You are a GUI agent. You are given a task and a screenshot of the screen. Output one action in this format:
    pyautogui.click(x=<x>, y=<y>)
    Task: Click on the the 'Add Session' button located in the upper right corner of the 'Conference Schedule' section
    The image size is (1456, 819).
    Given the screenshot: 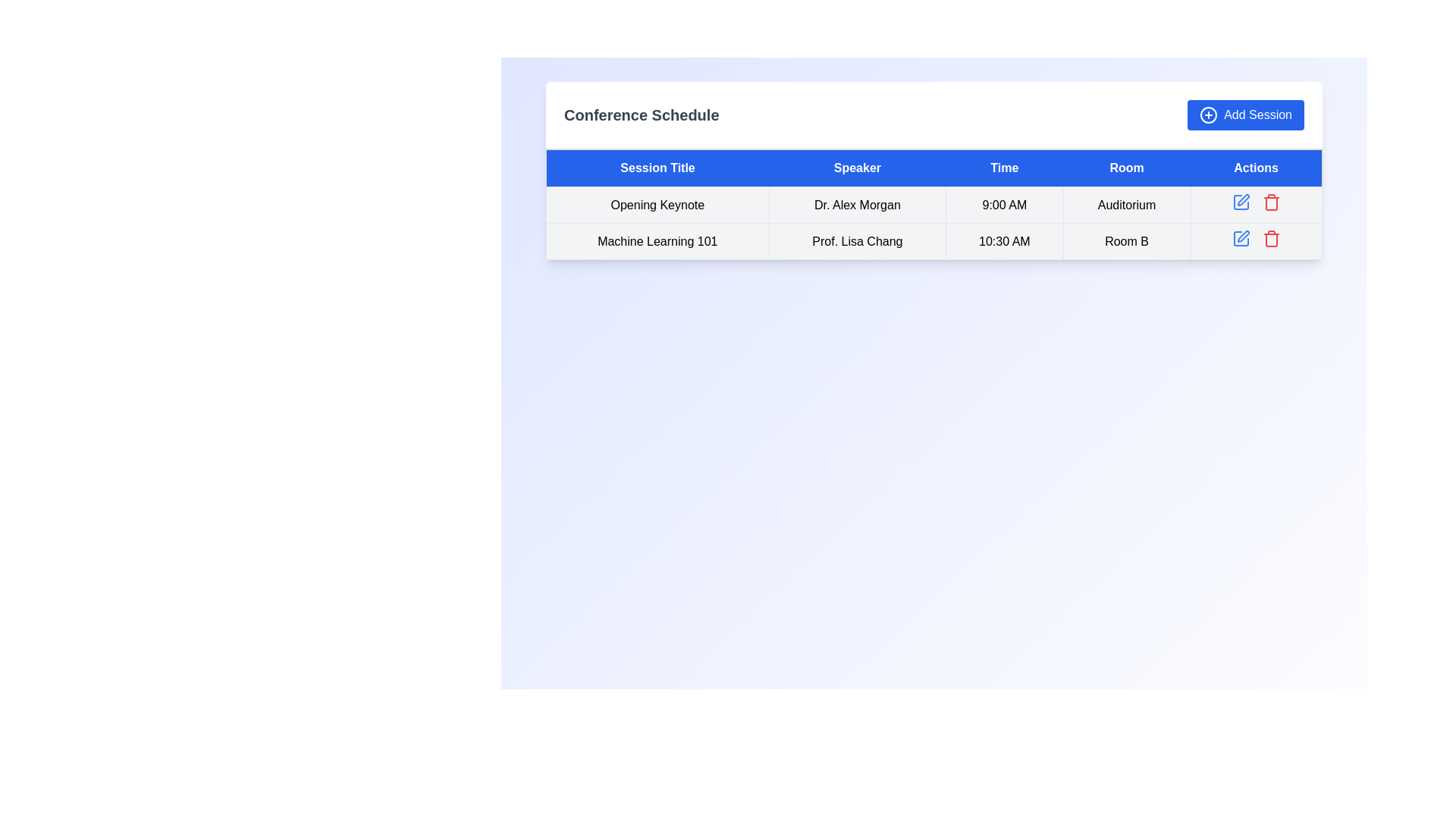 What is the action you would take?
    pyautogui.click(x=1246, y=114)
    